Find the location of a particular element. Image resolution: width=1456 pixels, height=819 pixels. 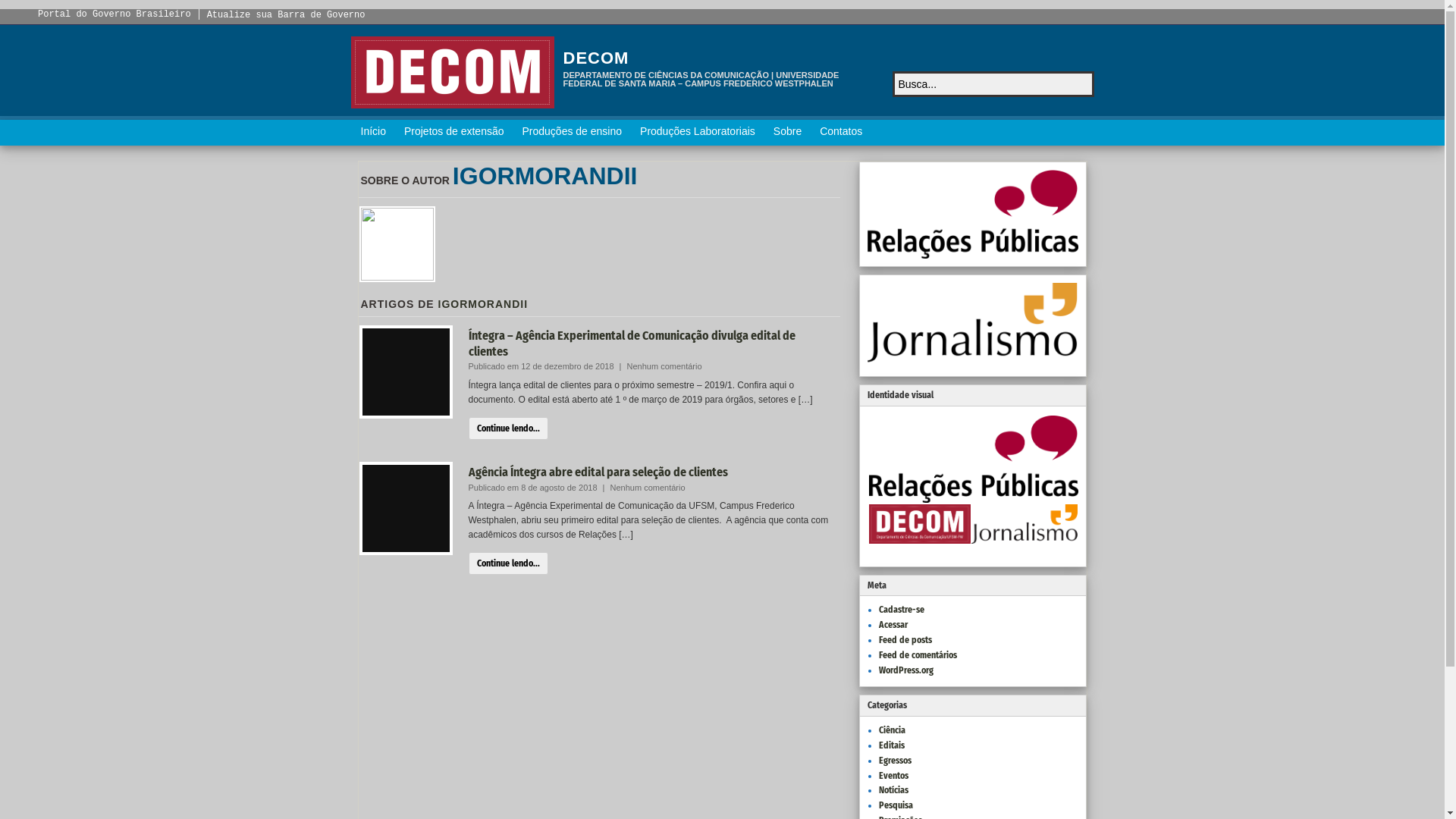

'Feed de posts' is located at coordinates (905, 640).